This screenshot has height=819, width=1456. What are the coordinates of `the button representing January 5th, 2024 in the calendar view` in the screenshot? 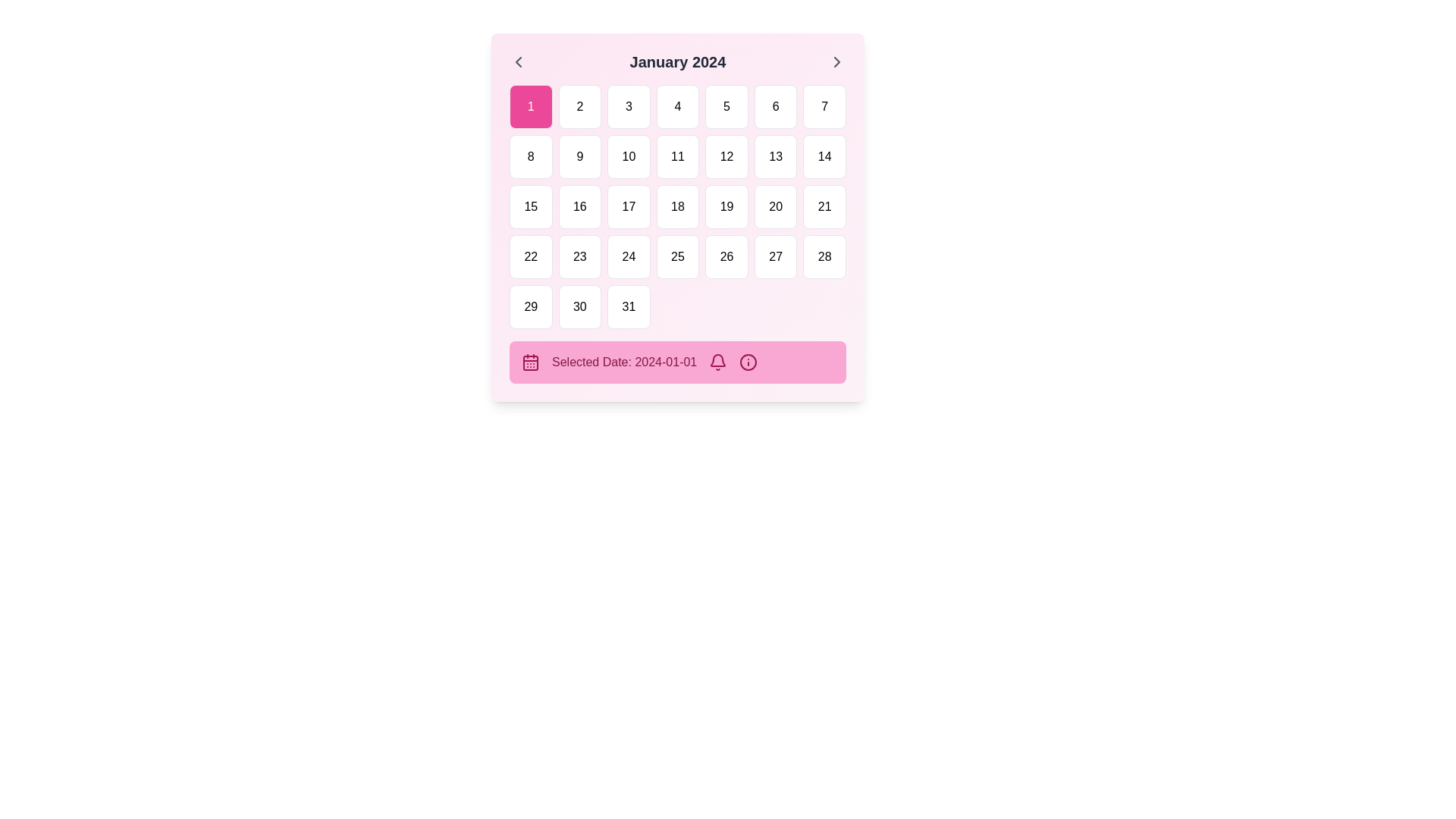 It's located at (726, 106).